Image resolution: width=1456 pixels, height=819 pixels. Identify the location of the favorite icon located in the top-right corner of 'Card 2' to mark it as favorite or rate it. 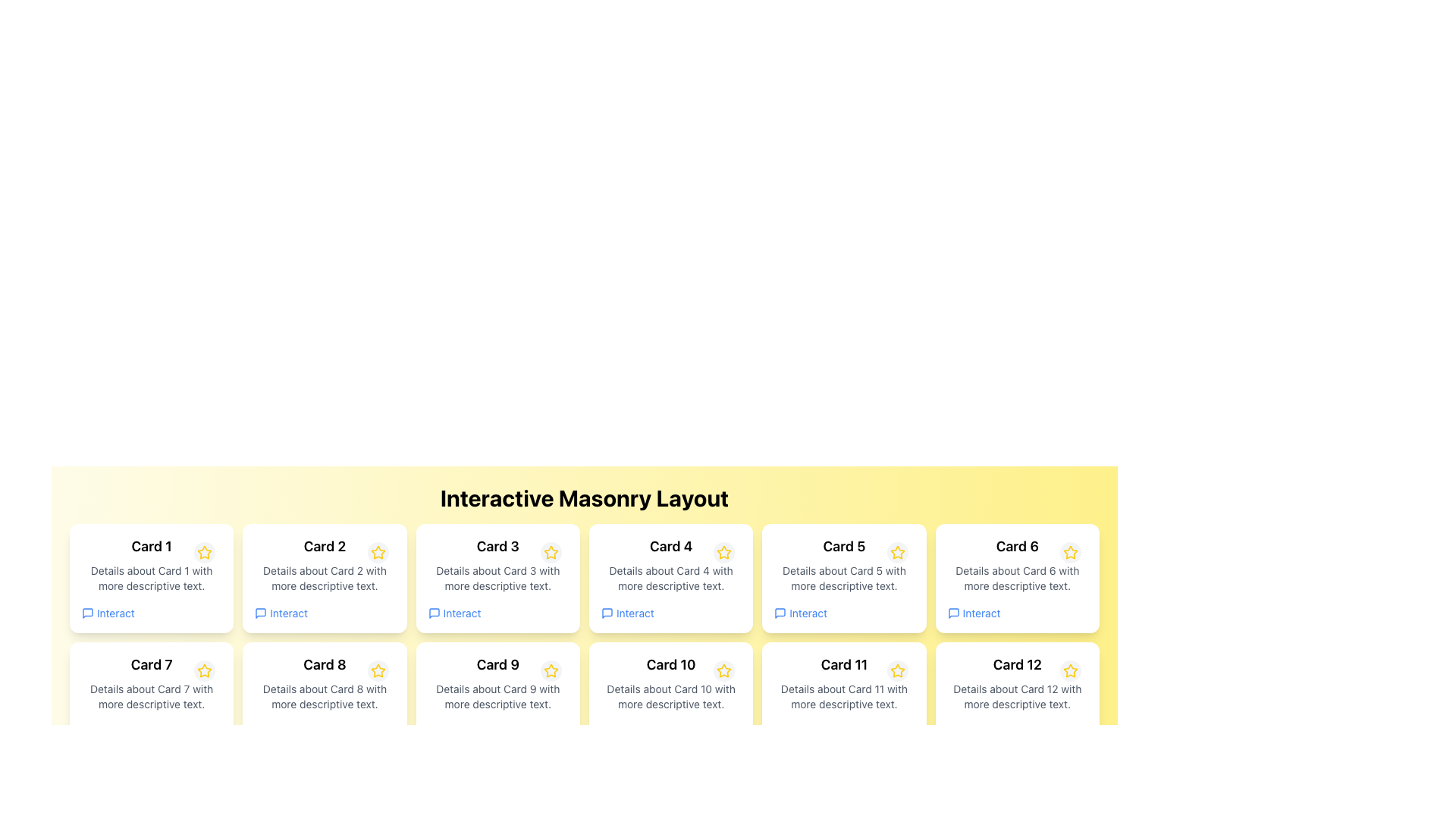
(378, 553).